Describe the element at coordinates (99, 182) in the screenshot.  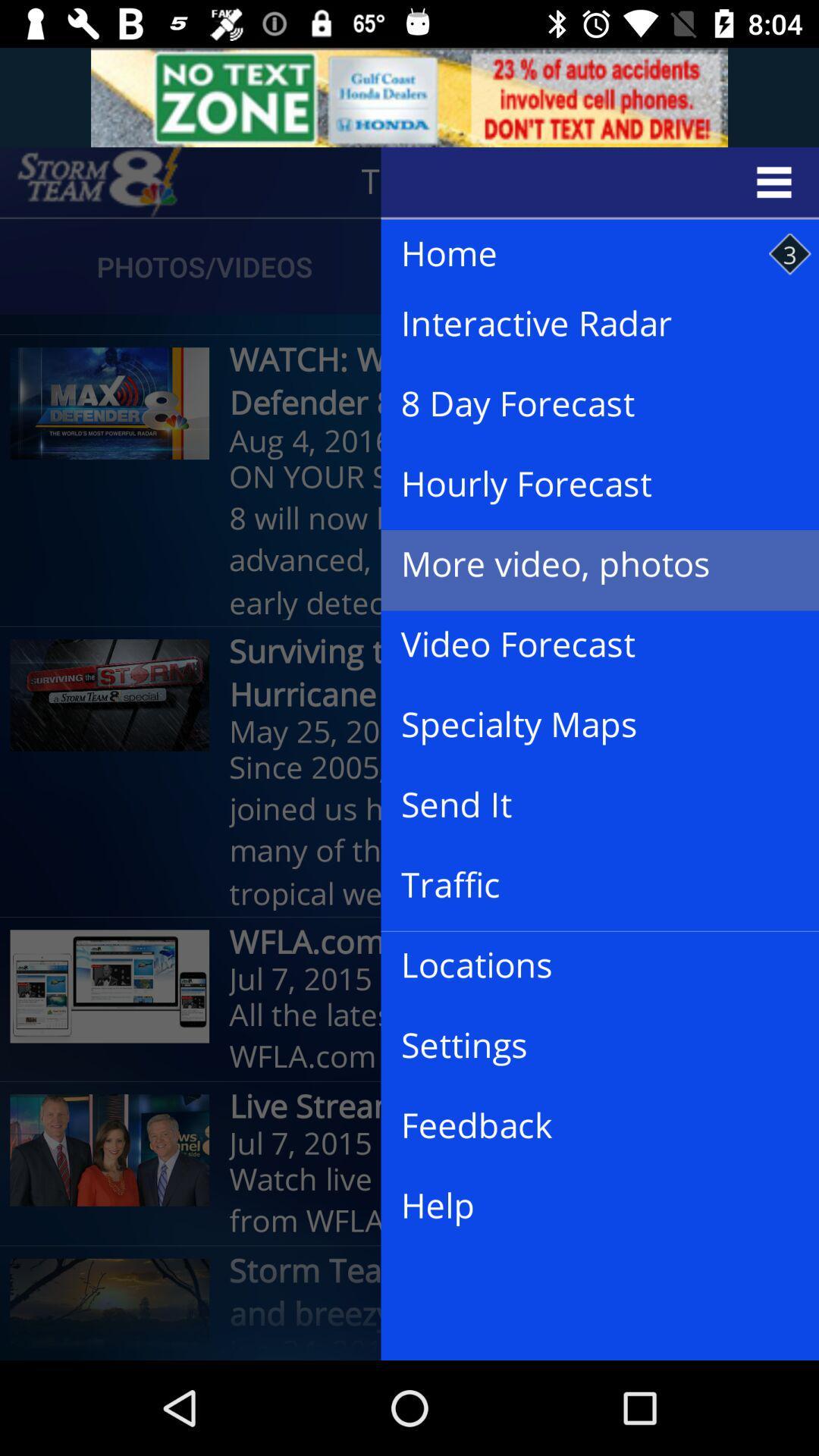
I see `site homepage` at that location.